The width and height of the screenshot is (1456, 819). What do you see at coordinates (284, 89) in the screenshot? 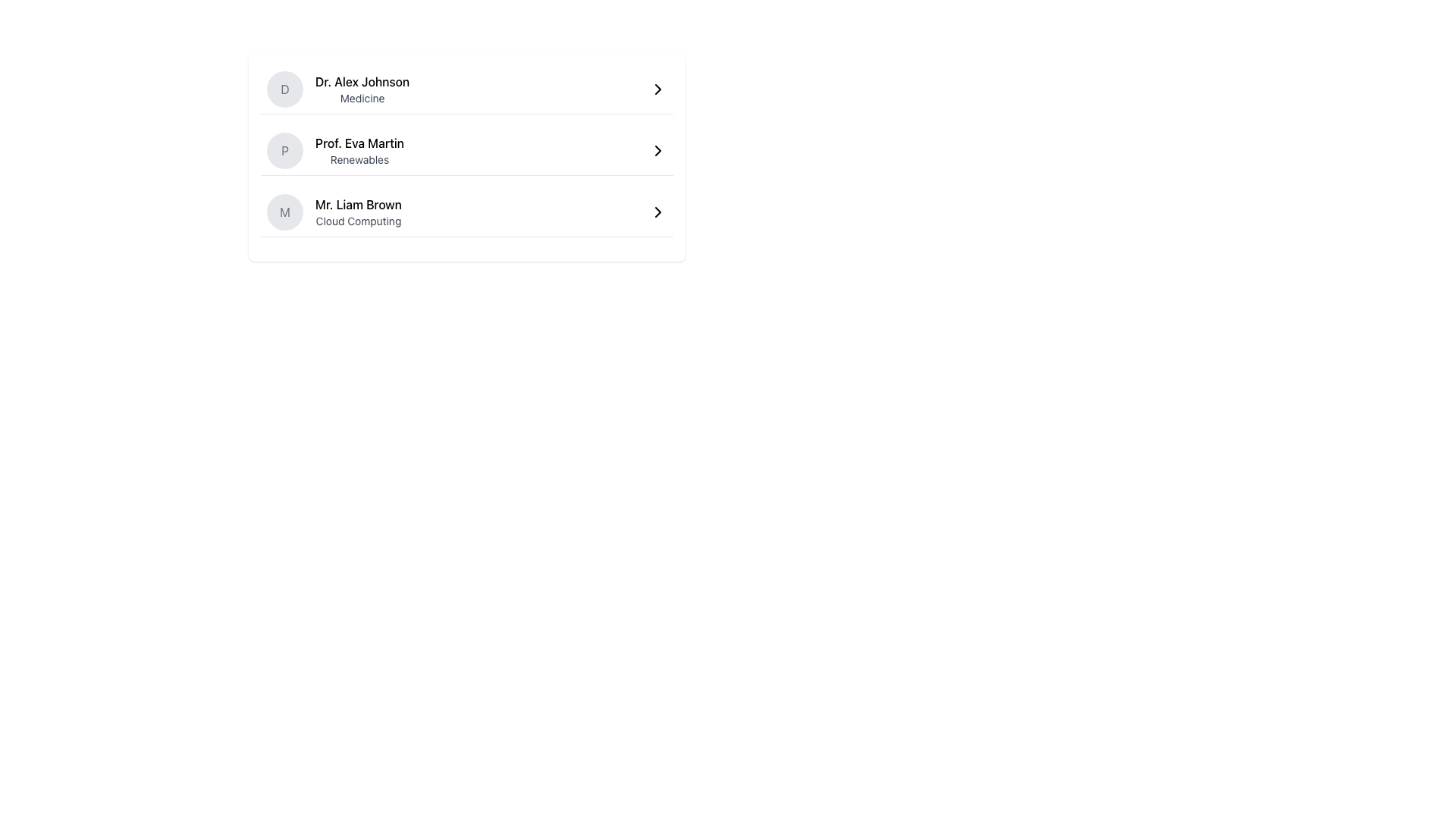
I see `the circular Avatar or Profile Icon with the letter 'D'` at bounding box center [284, 89].